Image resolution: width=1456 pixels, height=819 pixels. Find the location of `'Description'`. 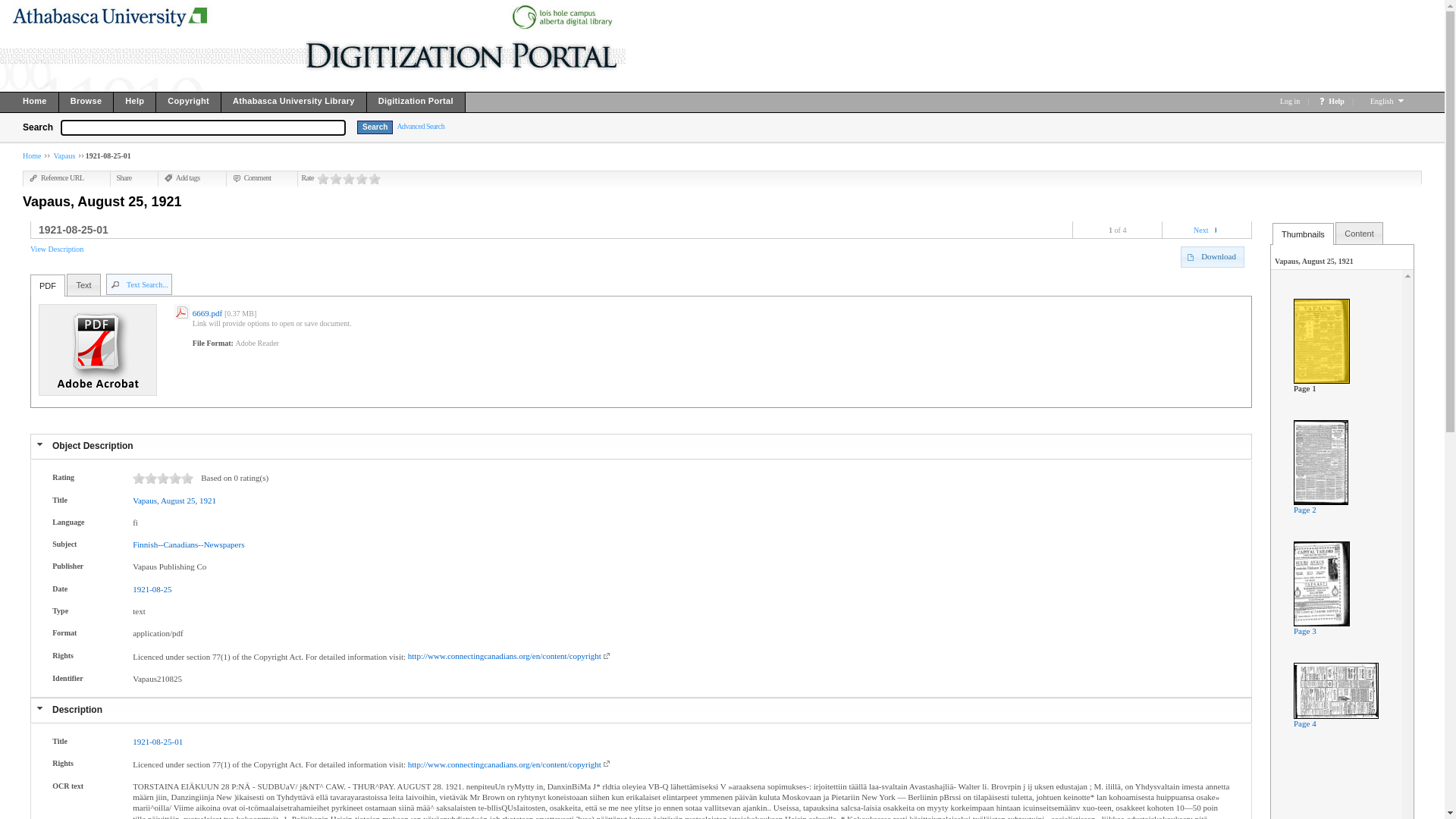

'Description' is located at coordinates (76, 710).